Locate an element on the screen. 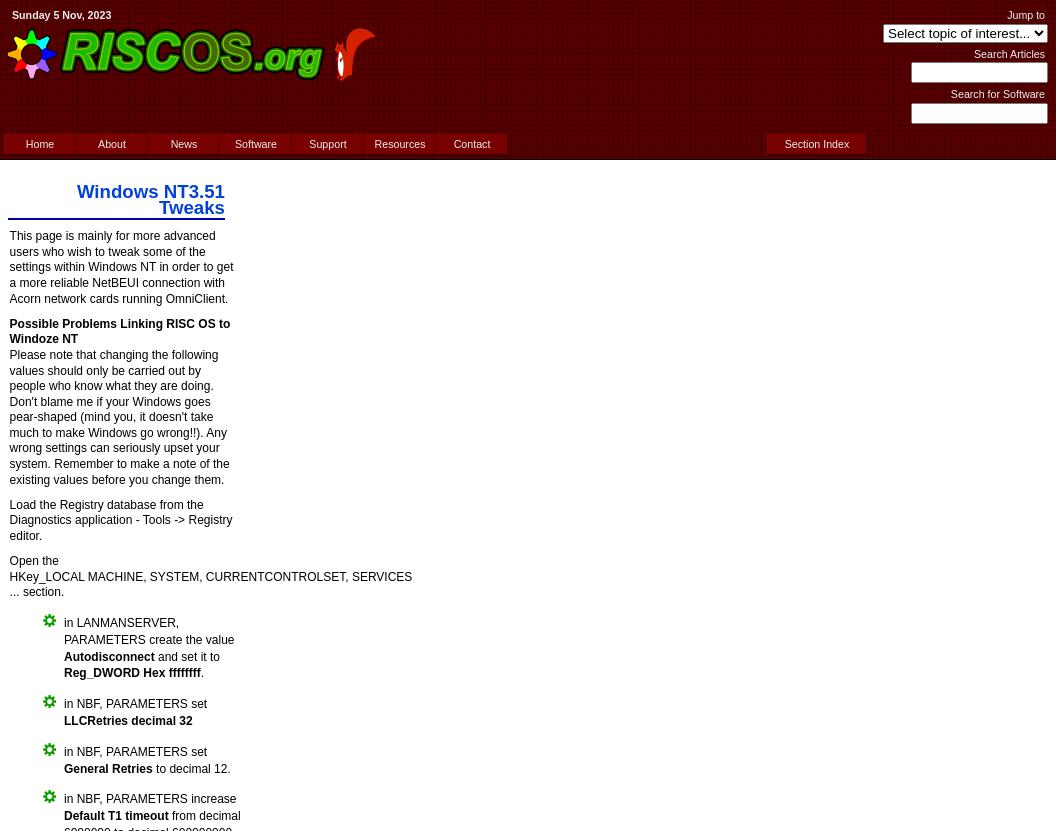 The width and height of the screenshot is (1056, 831). 'Open the' is located at coordinates (33, 561).